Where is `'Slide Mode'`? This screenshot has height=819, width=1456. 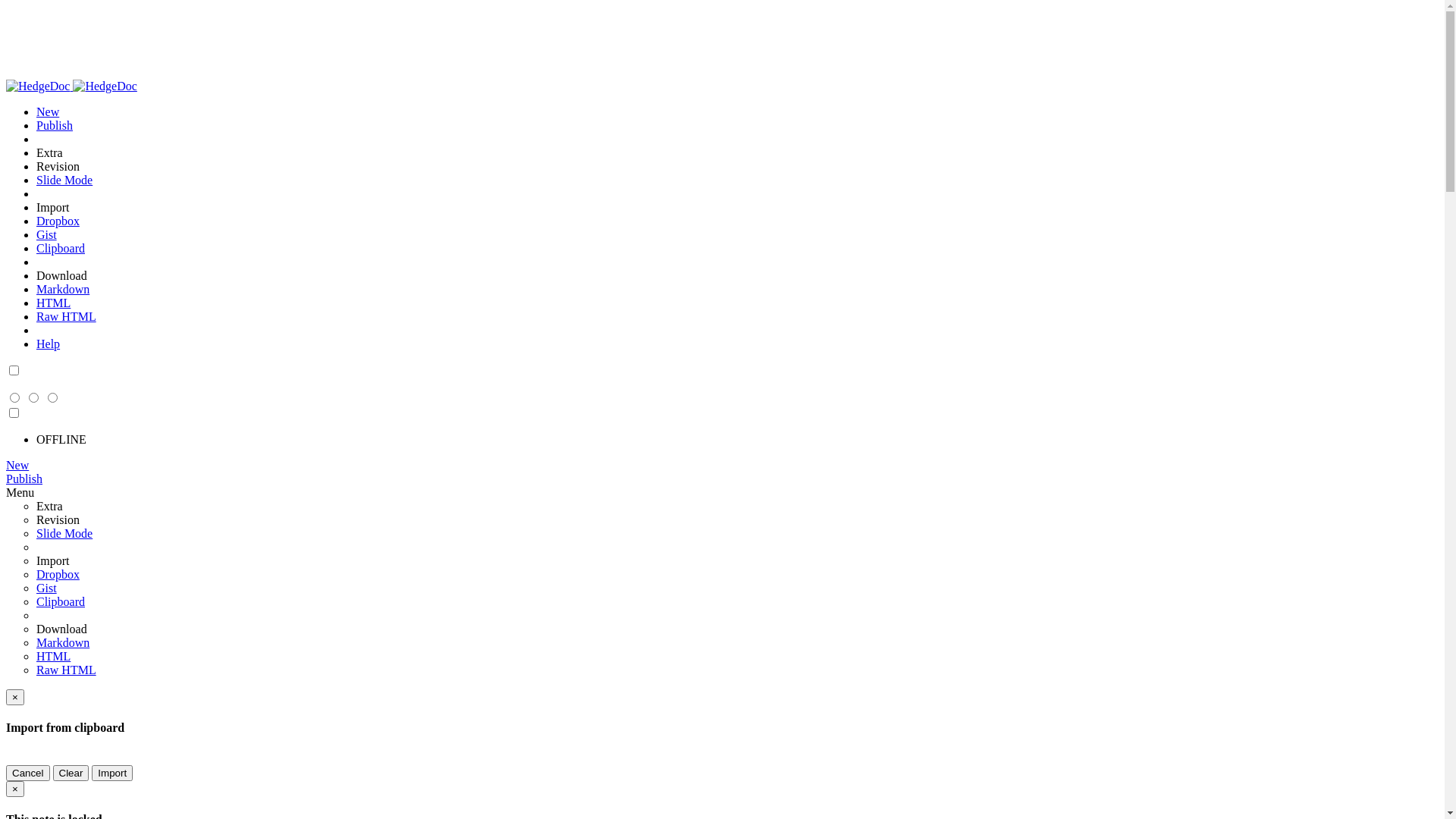
'Slide Mode' is located at coordinates (64, 179).